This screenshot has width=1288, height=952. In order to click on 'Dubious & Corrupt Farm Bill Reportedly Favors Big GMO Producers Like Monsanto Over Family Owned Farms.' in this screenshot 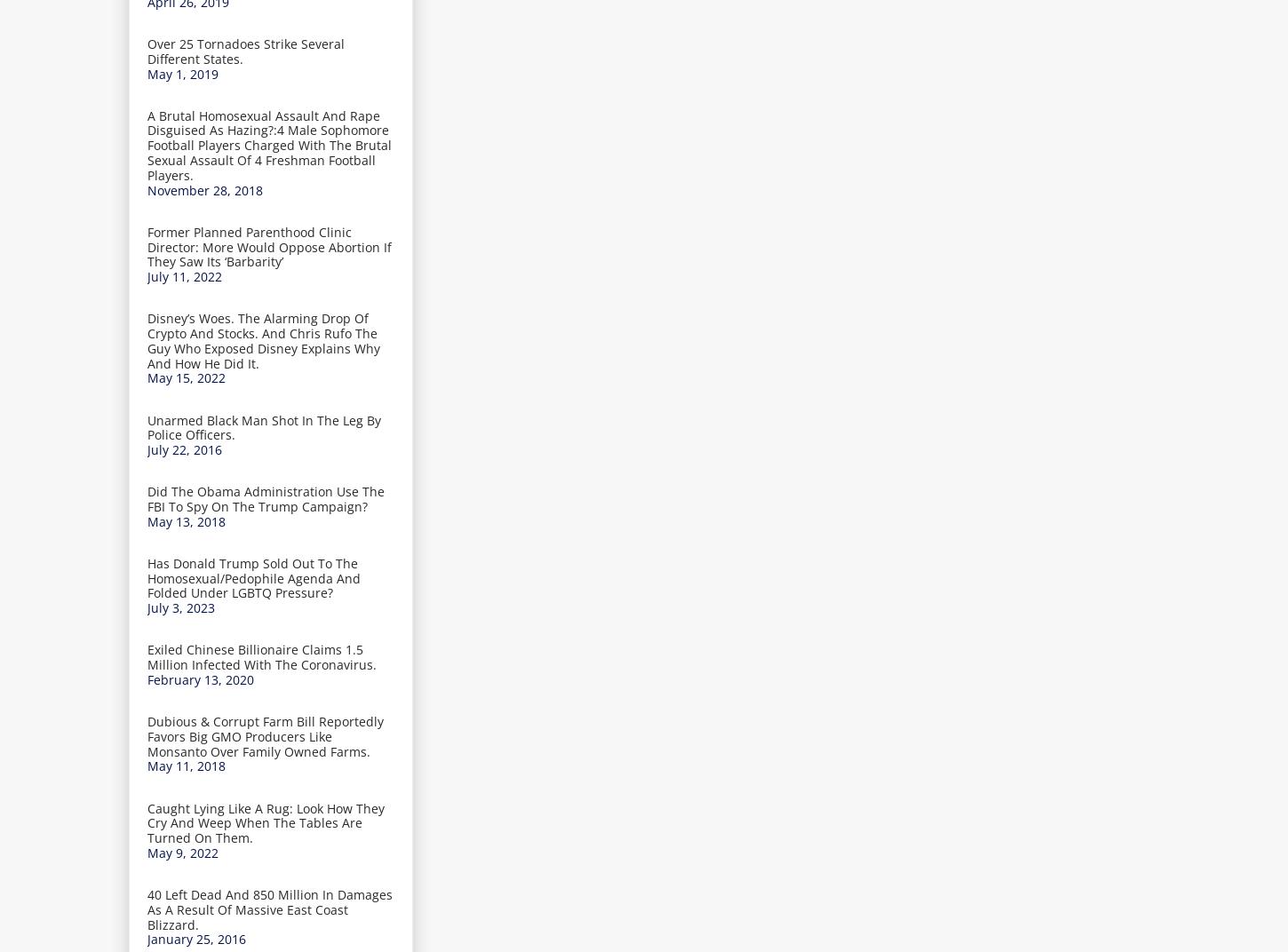, I will do `click(265, 734)`.